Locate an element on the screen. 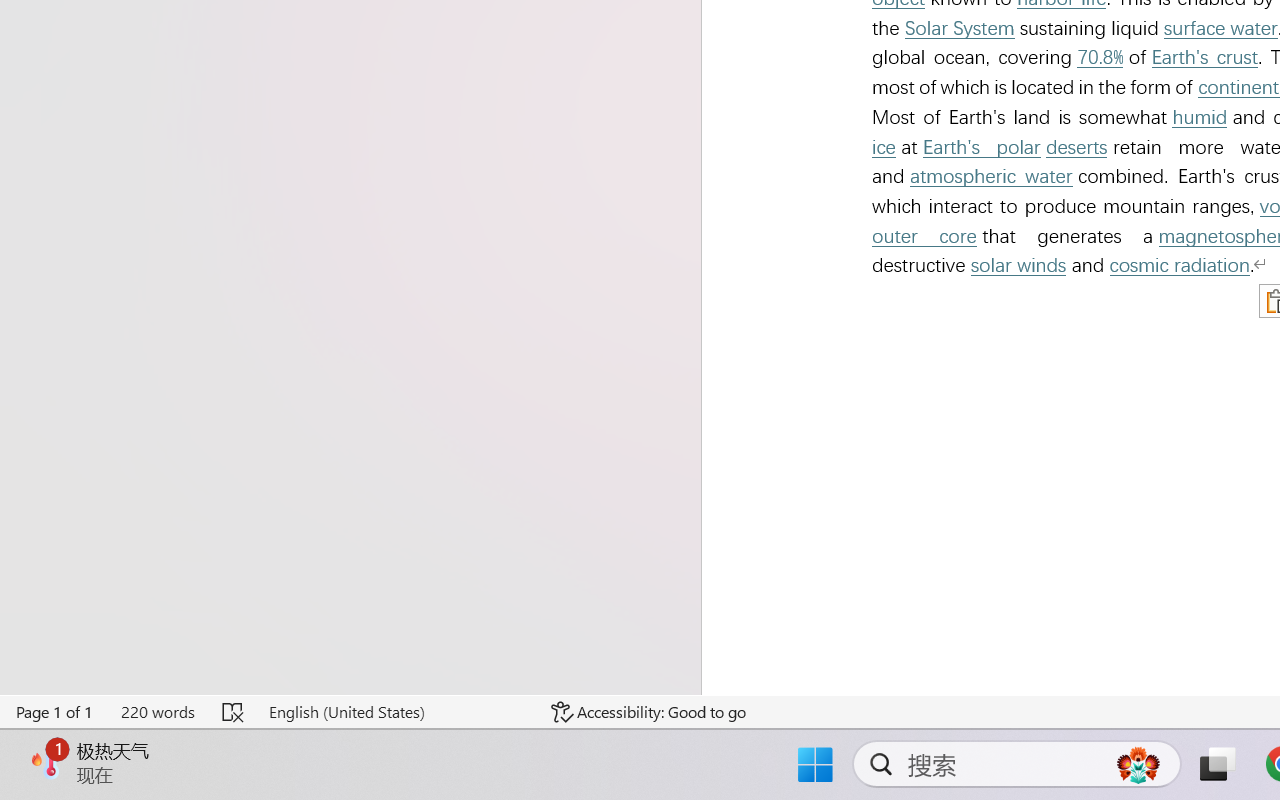 The width and height of the screenshot is (1280, 800). 'surface water' is located at coordinates (1219, 28).